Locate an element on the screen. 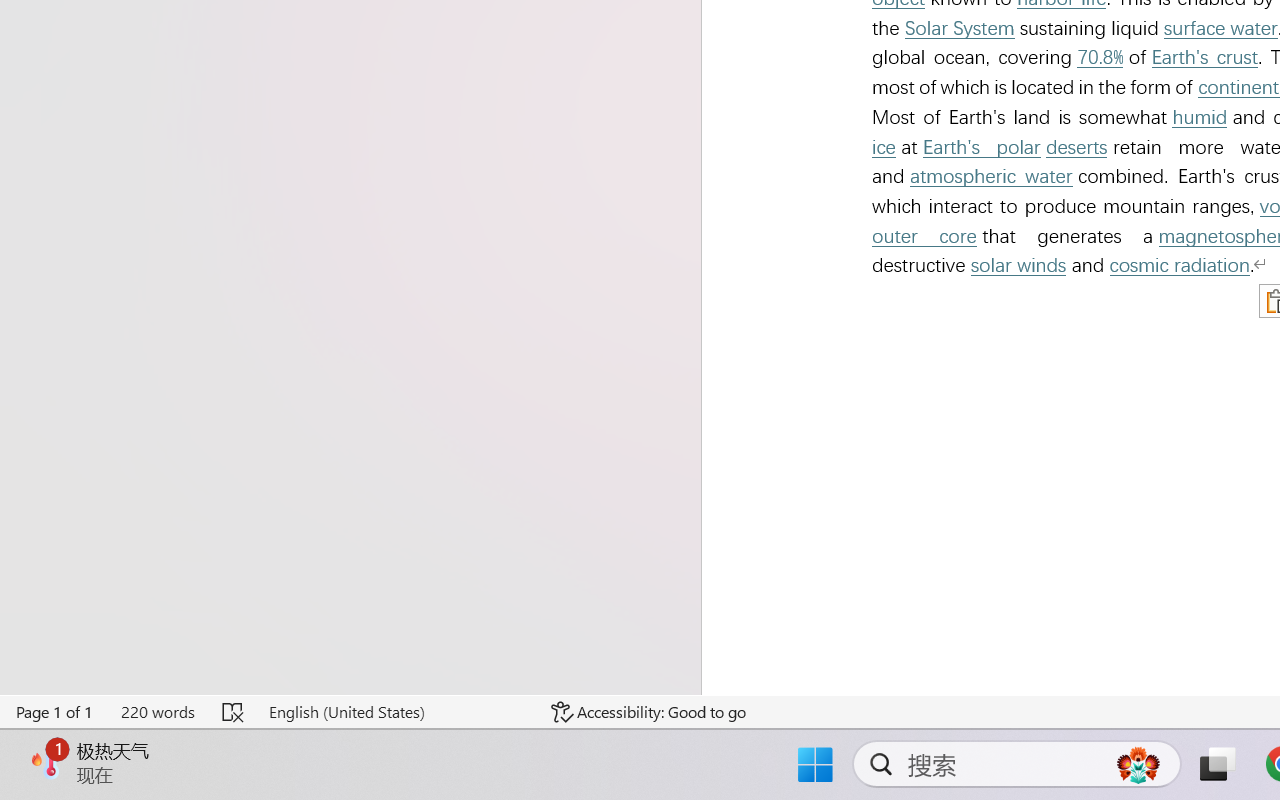 The width and height of the screenshot is (1280, 800). 'surface water' is located at coordinates (1219, 28).